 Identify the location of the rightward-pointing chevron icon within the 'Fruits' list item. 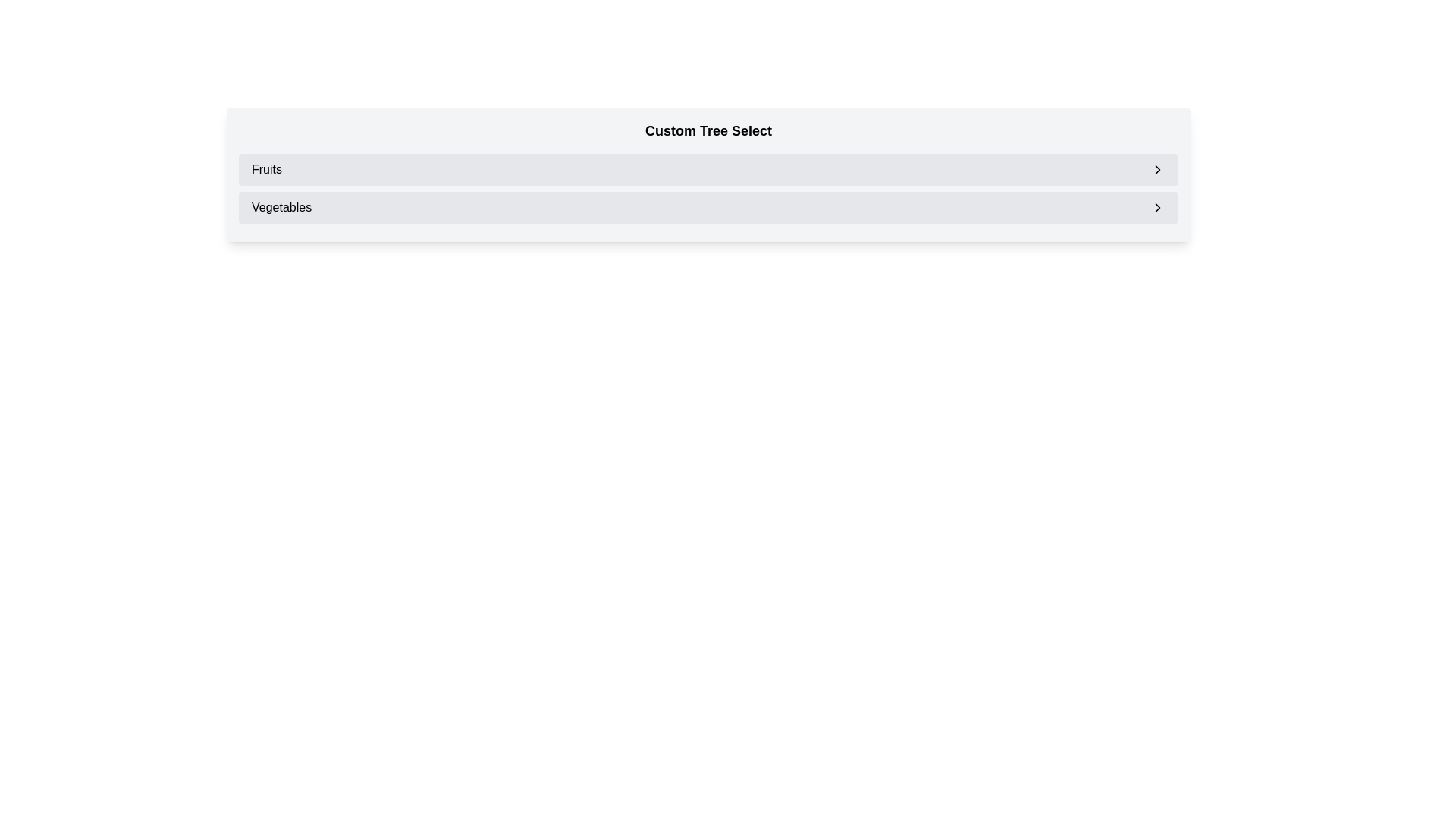
(1156, 169).